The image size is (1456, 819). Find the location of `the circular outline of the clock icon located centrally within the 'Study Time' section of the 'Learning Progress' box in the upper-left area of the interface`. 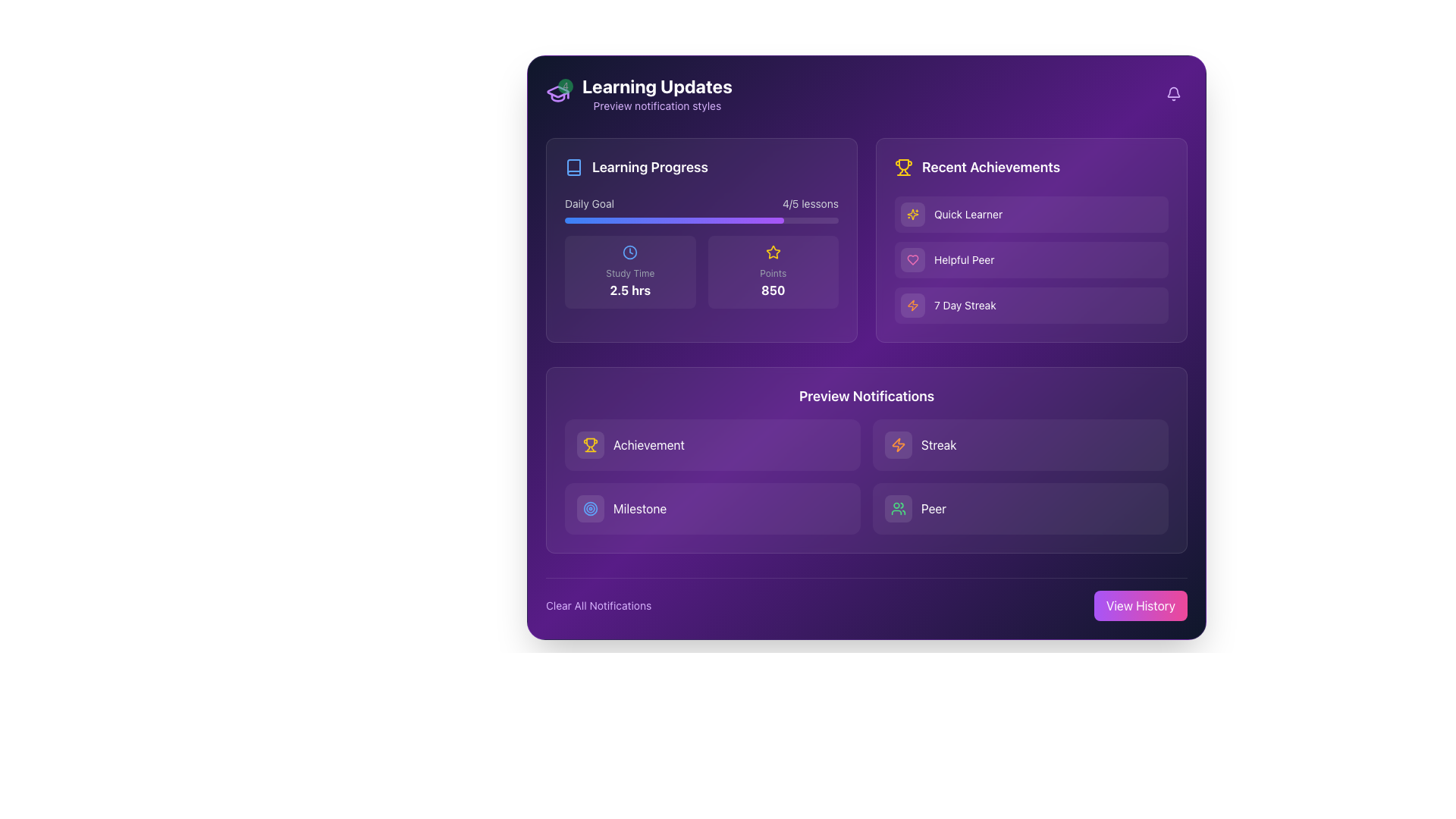

the circular outline of the clock icon located centrally within the 'Study Time' section of the 'Learning Progress' box in the upper-left area of the interface is located at coordinates (630, 251).